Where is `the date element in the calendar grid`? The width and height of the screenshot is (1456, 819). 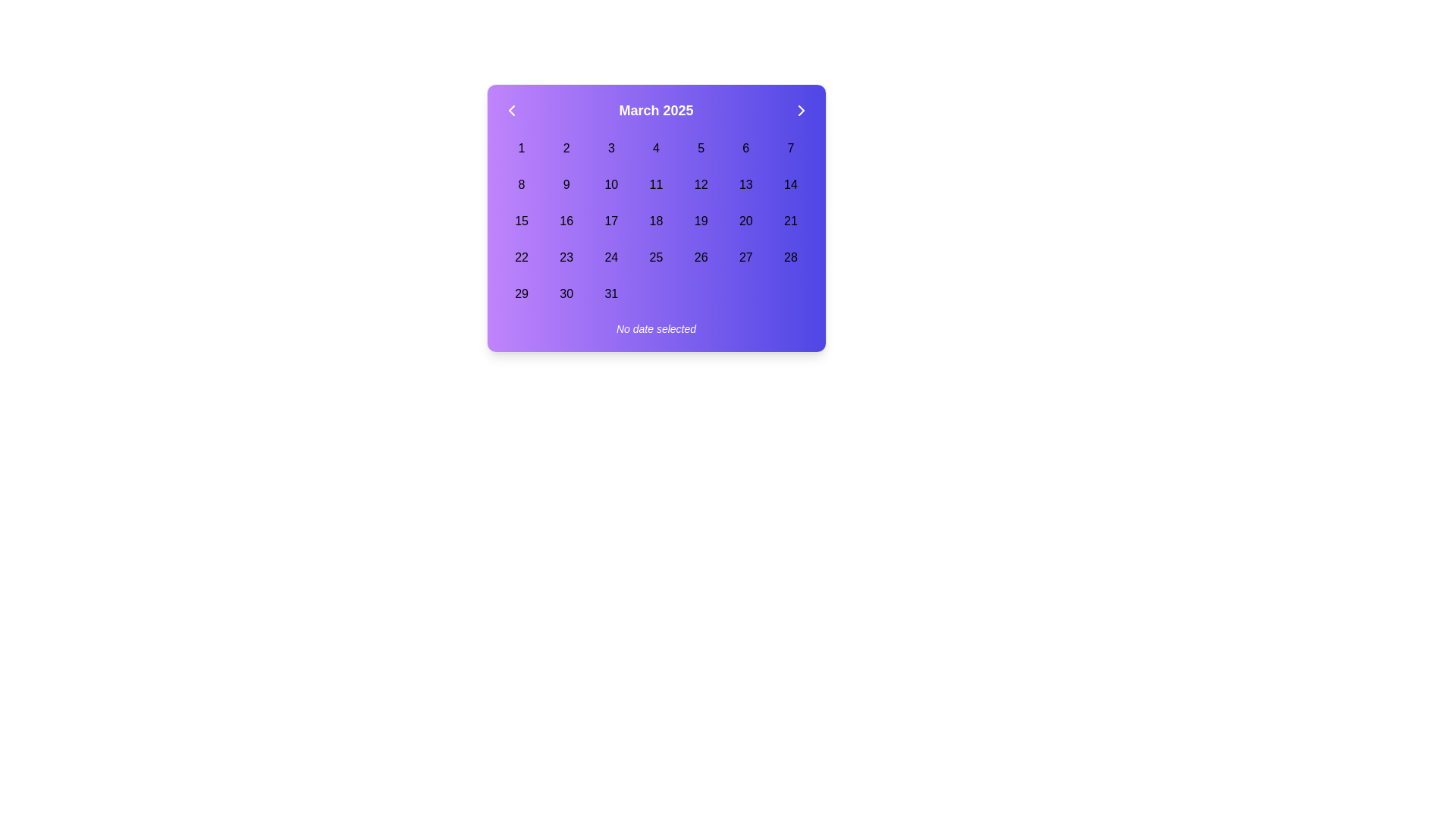
the date element in the calendar grid is located at coordinates (656, 221).